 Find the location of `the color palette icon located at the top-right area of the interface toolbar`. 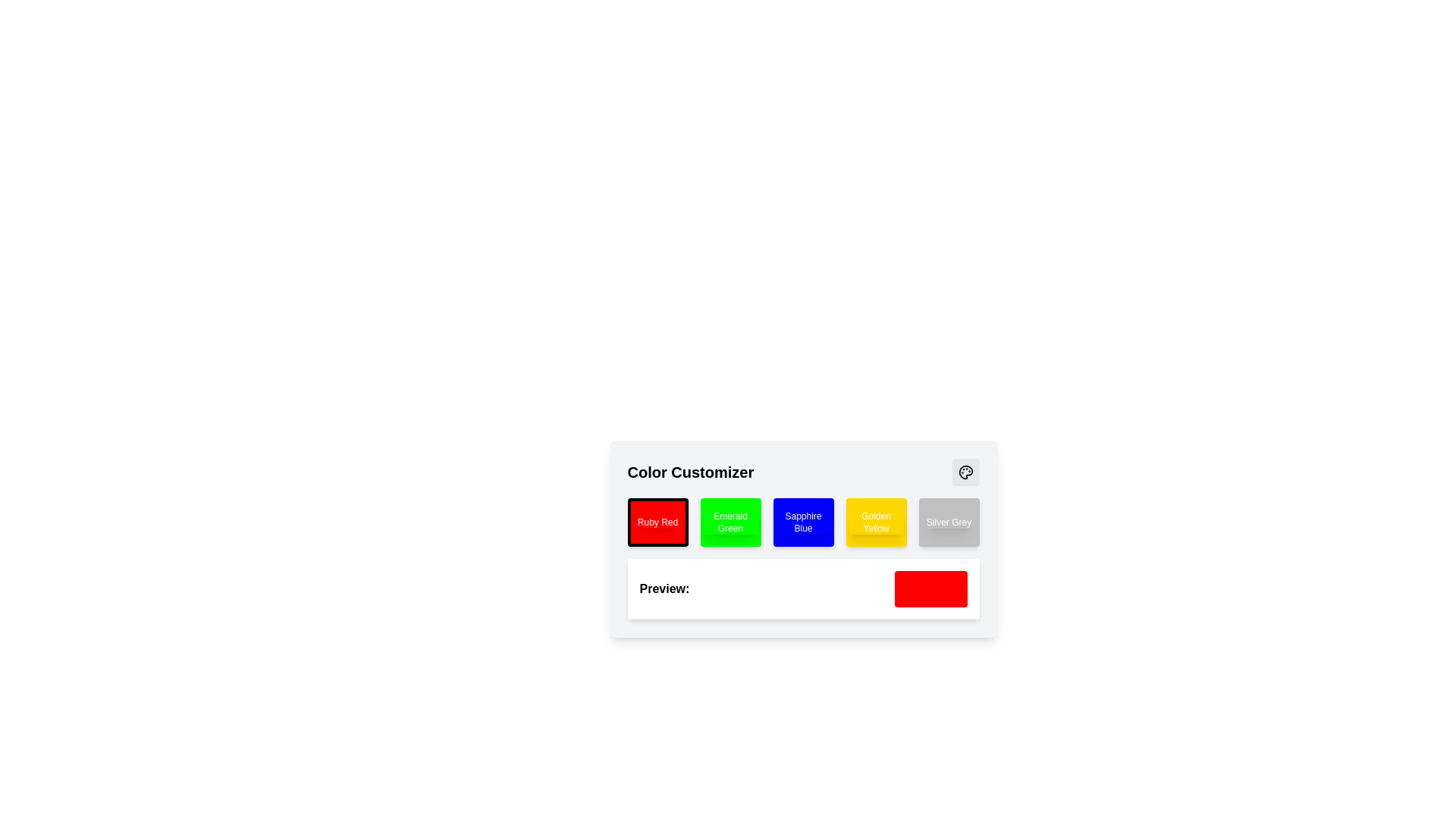

the color palette icon located at the top-right area of the interface toolbar is located at coordinates (965, 472).